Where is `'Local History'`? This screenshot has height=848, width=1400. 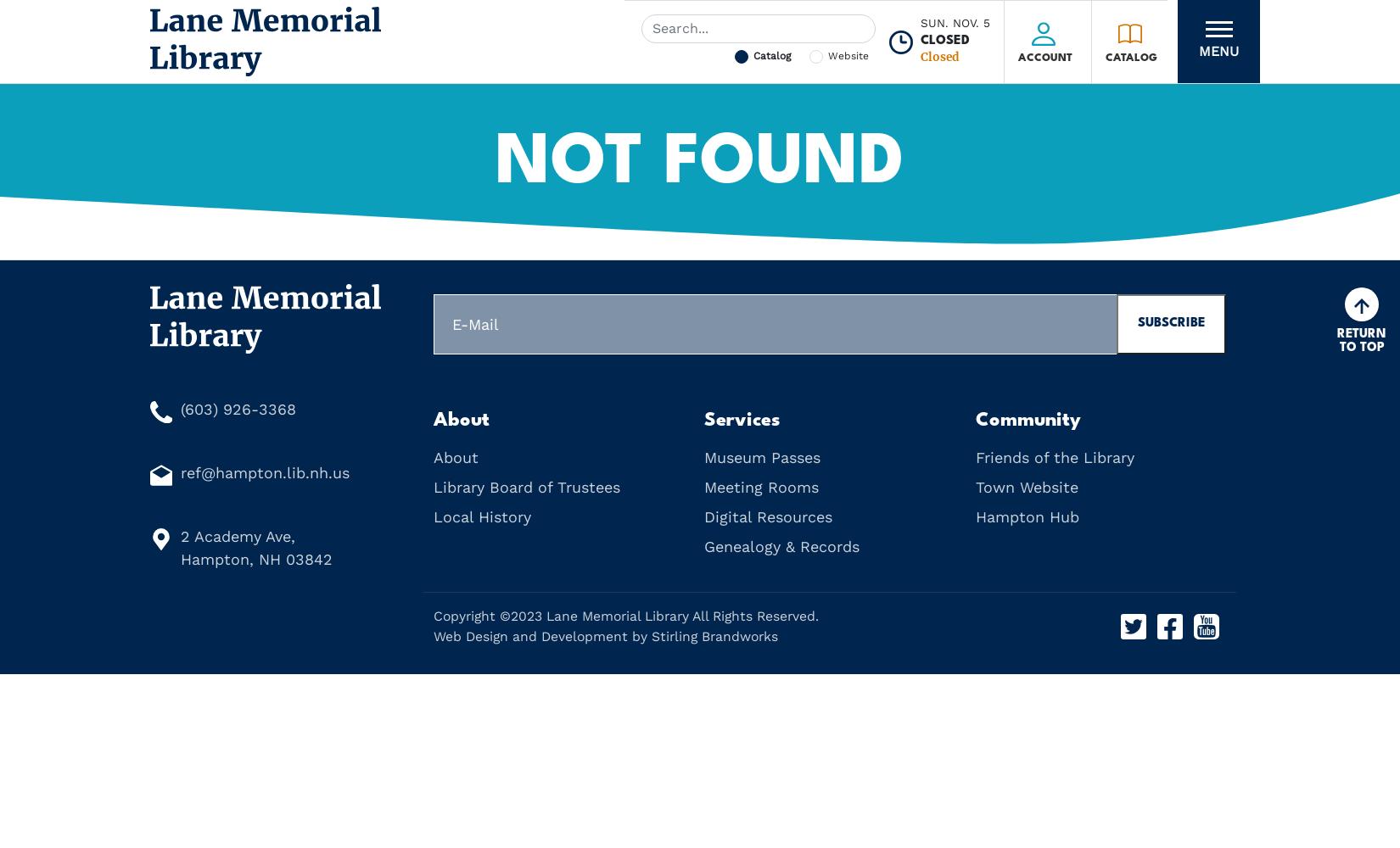
'Local History' is located at coordinates (433, 516).